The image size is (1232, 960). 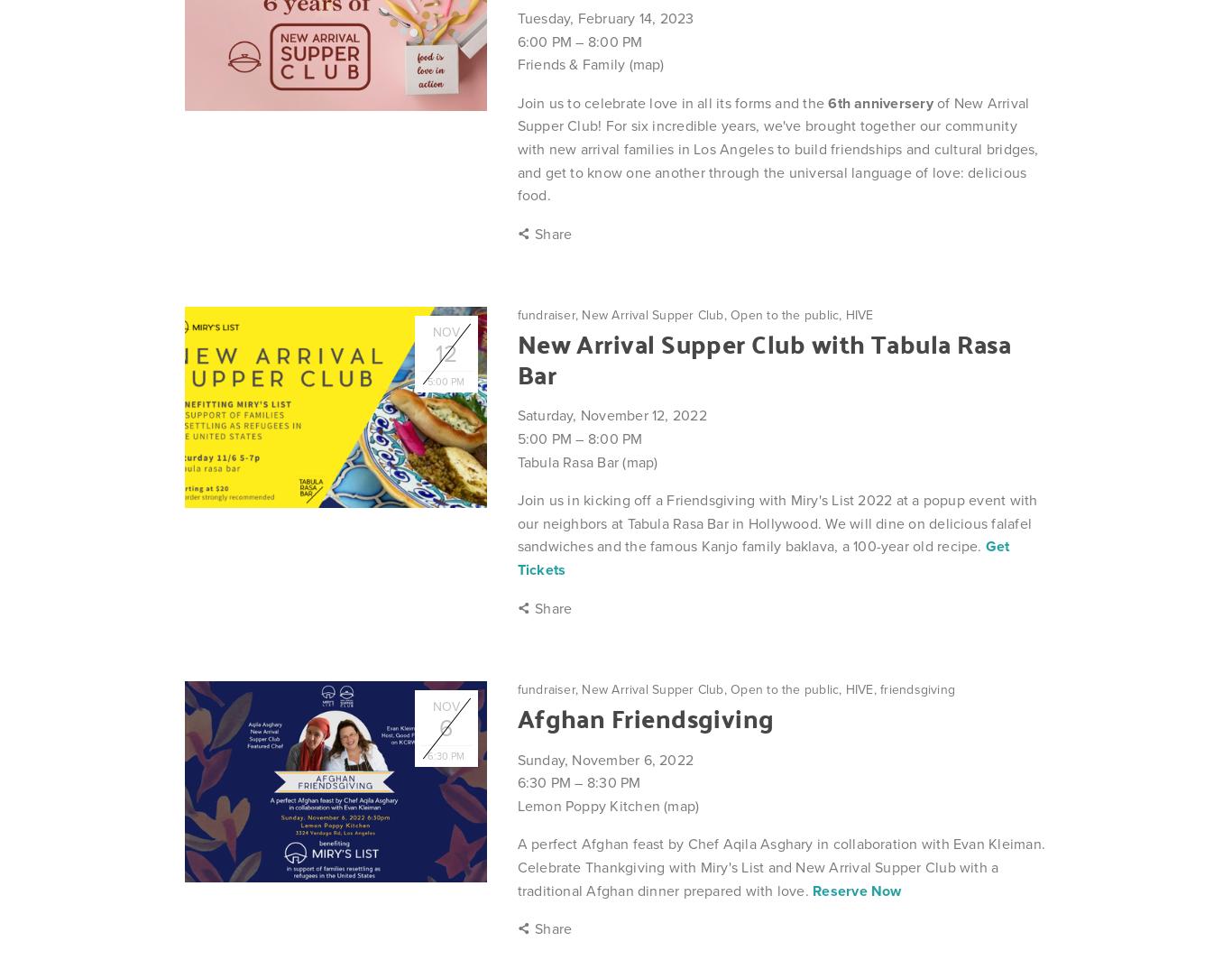 I want to click on 'Join us in kicking off a Friendsgiving with Miry's List 2022 at a popup event with our neighbors at Tabula Rasa Bar in Hollywood. We will dine on delicious falafel sandwiches and the famous Kanjo family baklava, a 100-year old recipe.', so click(x=776, y=522).